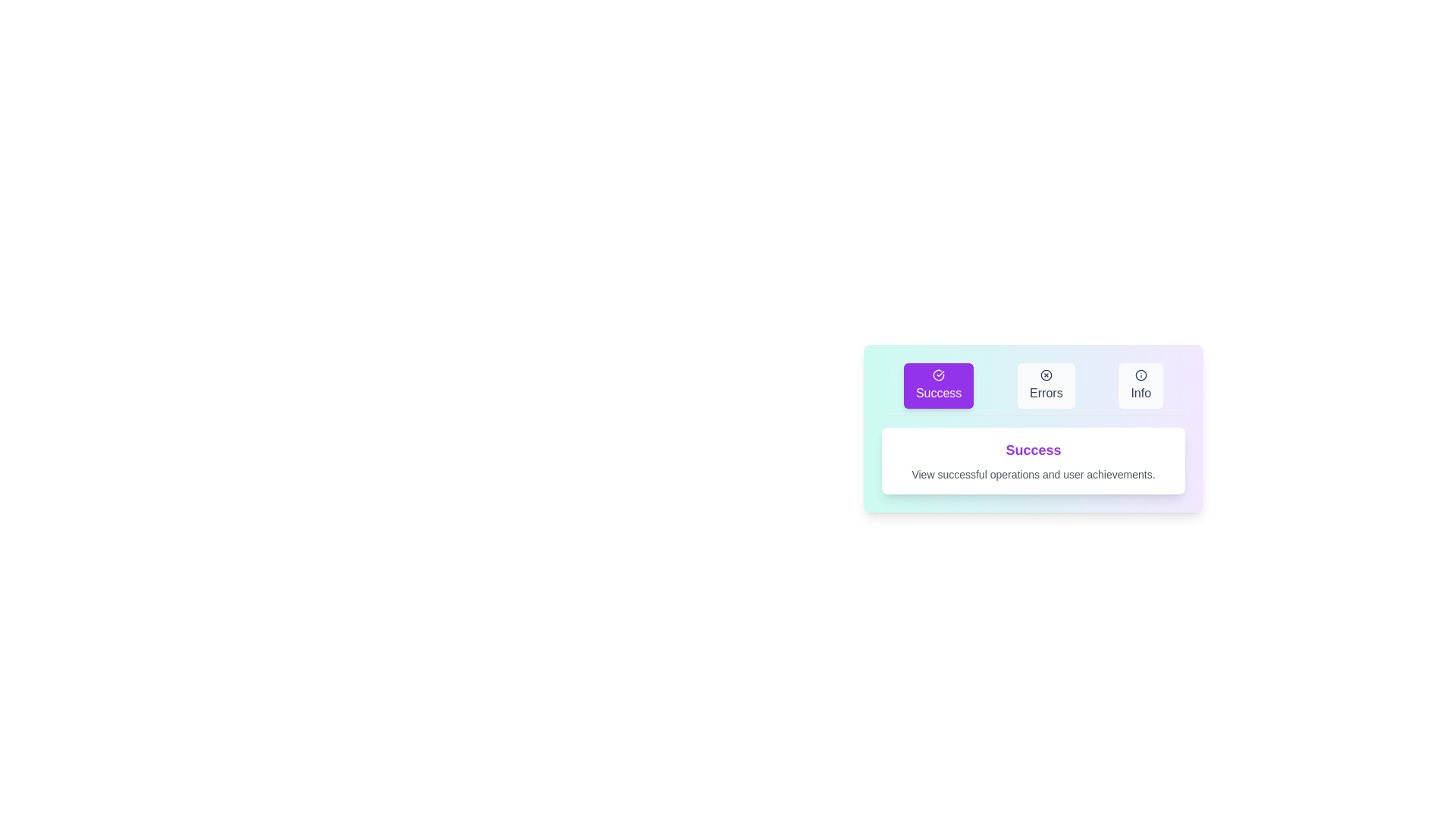 The width and height of the screenshot is (1456, 819). I want to click on the tab labeled Info to observe its hover effects, so click(1140, 385).